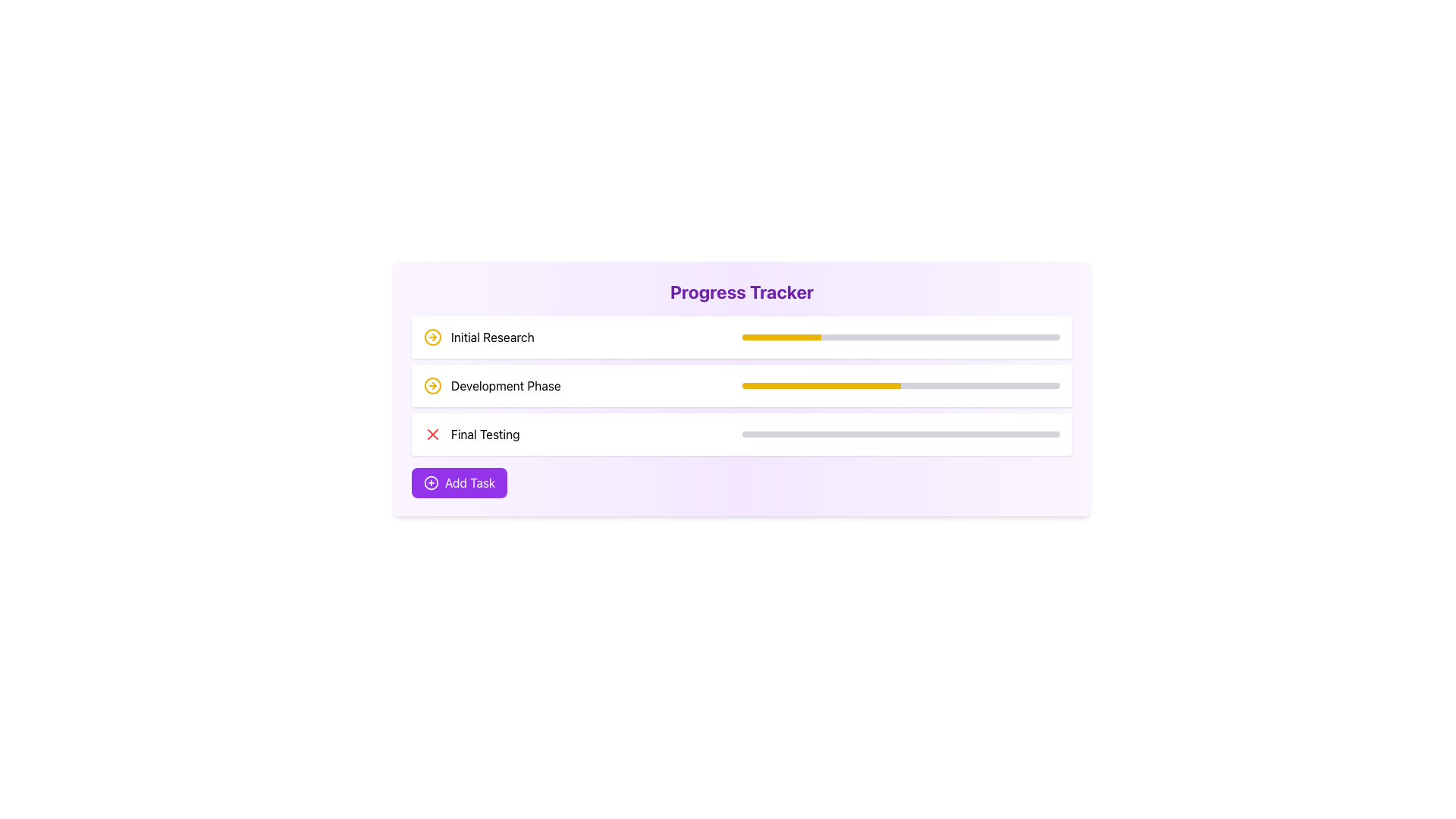  Describe the element at coordinates (485, 435) in the screenshot. I see `the text label displaying 'Final Testing', which is the third task label in the list of tasks` at that location.